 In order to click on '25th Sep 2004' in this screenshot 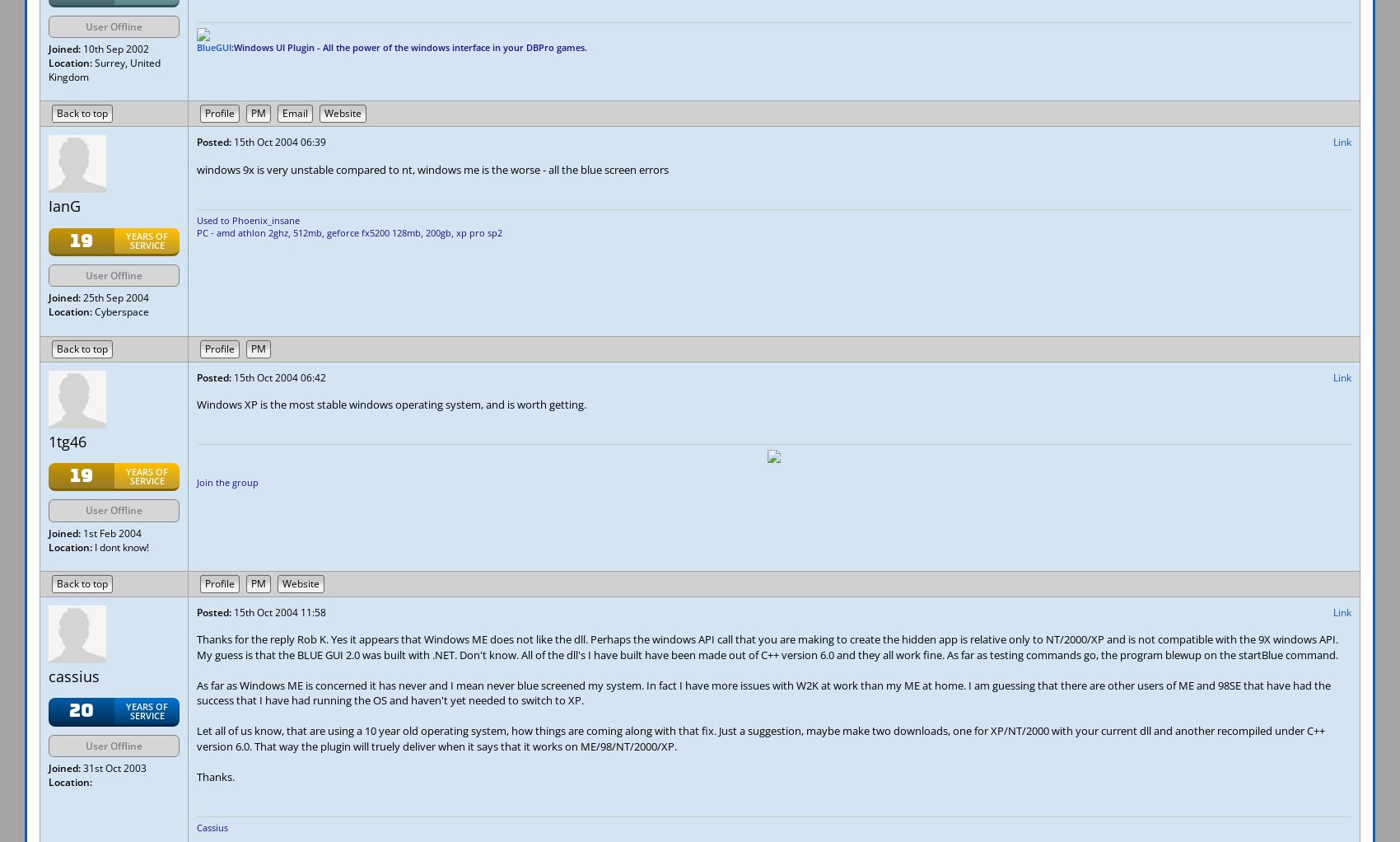, I will do `click(114, 297)`.